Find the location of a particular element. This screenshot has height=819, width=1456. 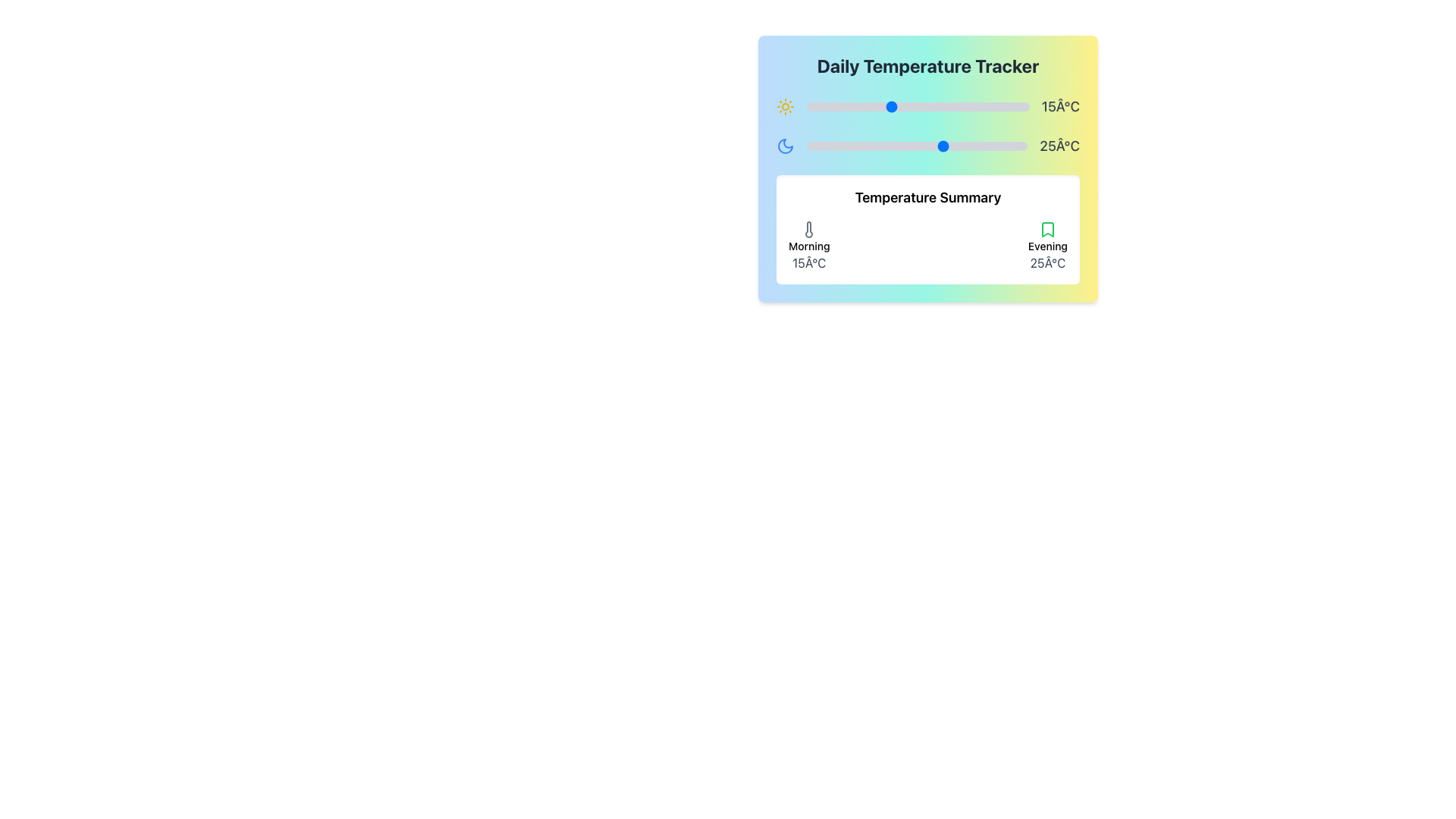

the slider value is located at coordinates (911, 146).